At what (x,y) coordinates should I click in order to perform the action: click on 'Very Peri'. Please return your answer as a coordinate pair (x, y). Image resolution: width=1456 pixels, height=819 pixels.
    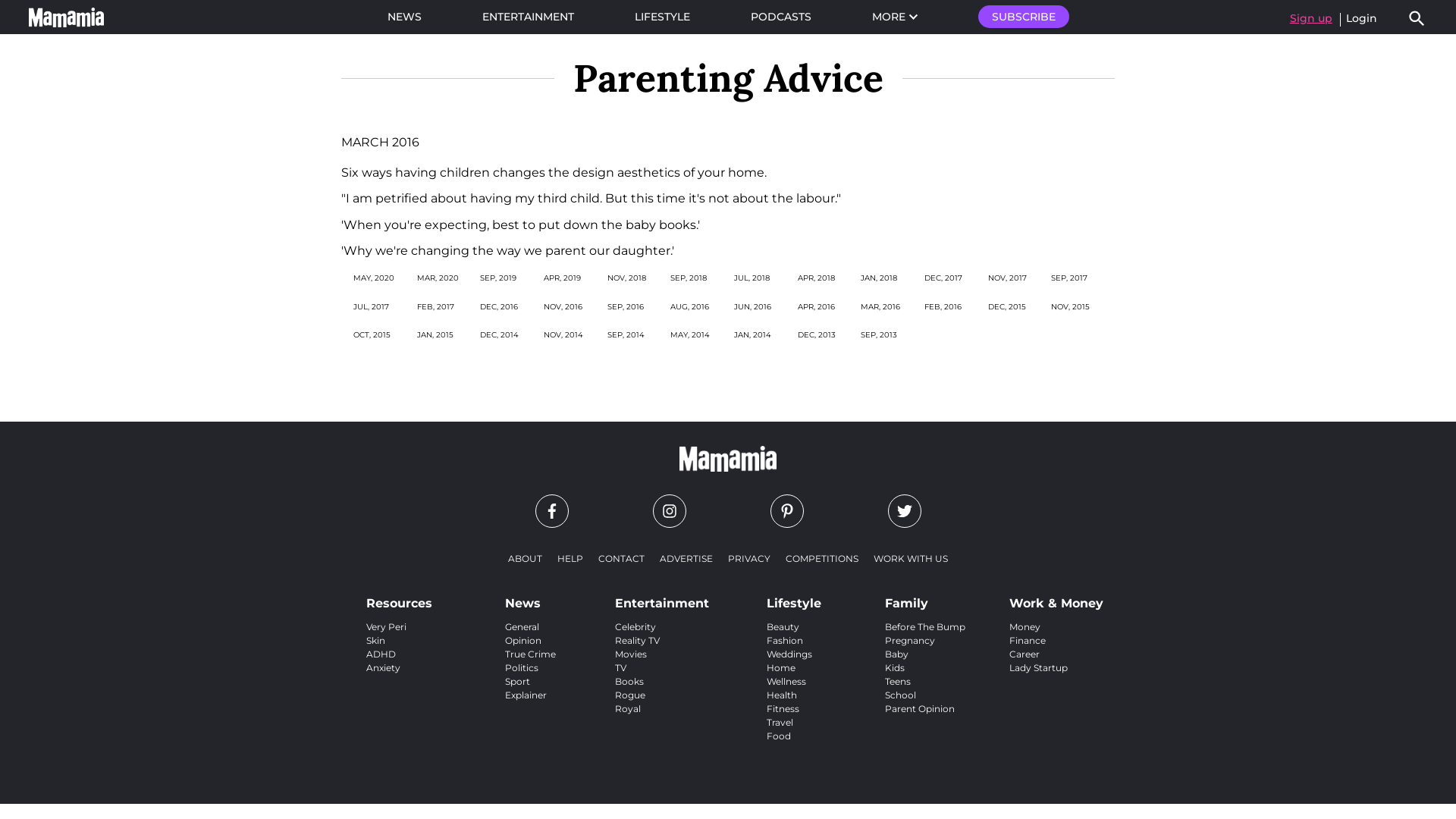
    Looking at the image, I should click on (366, 626).